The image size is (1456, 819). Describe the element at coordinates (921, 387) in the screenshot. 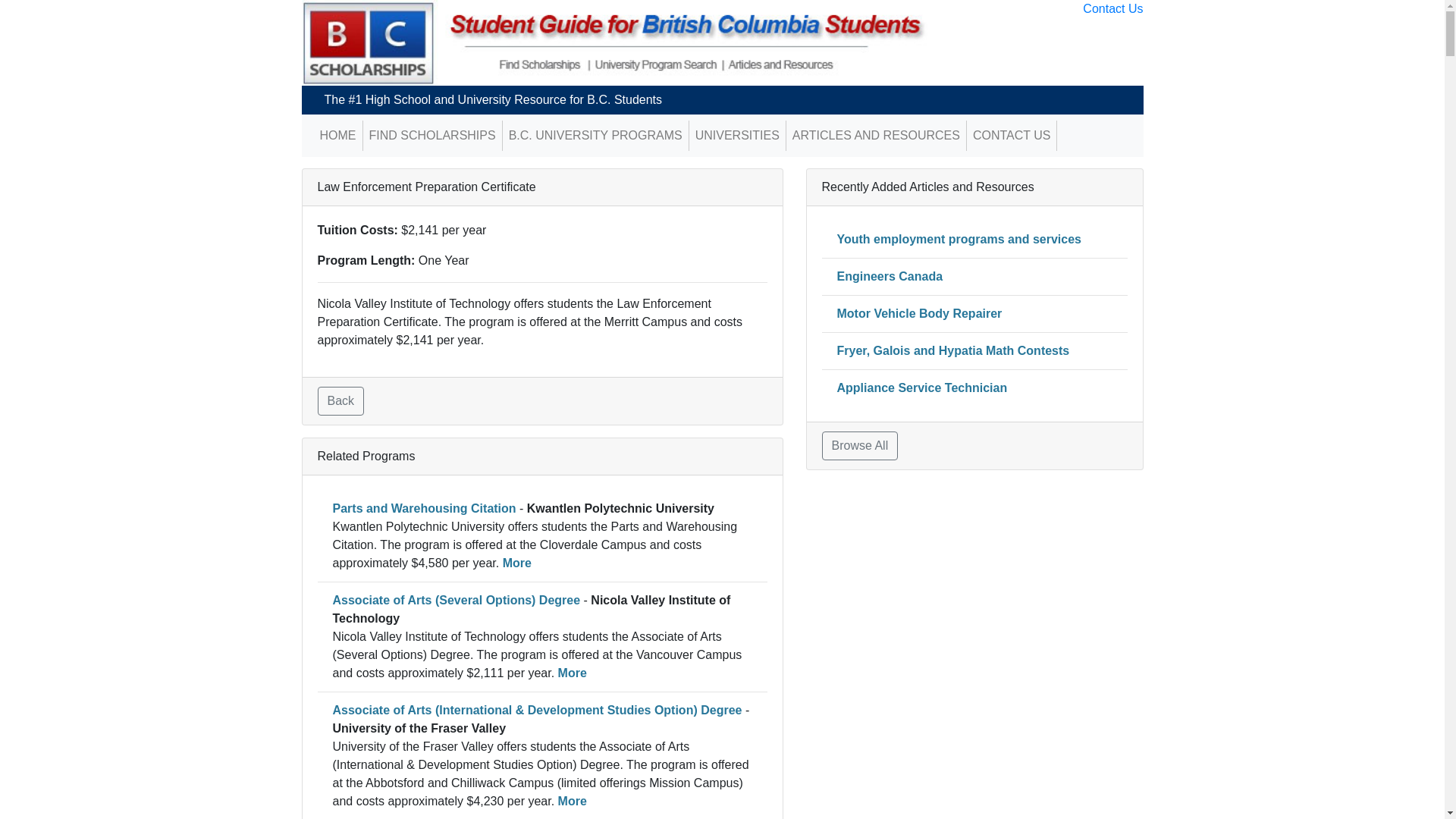

I see `'Appliance Service Technician'` at that location.